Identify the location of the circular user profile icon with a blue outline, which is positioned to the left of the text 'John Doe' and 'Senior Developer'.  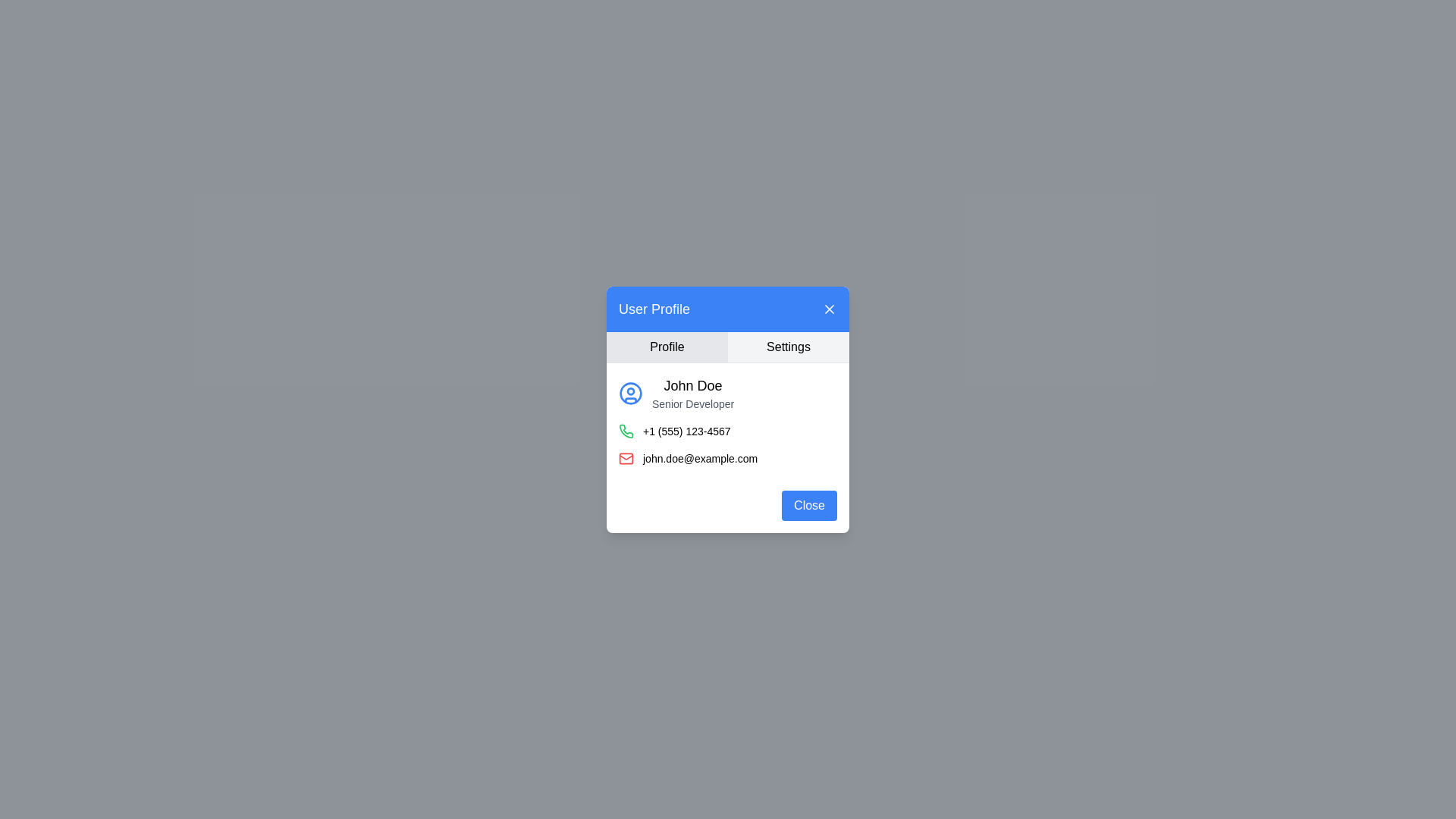
(630, 392).